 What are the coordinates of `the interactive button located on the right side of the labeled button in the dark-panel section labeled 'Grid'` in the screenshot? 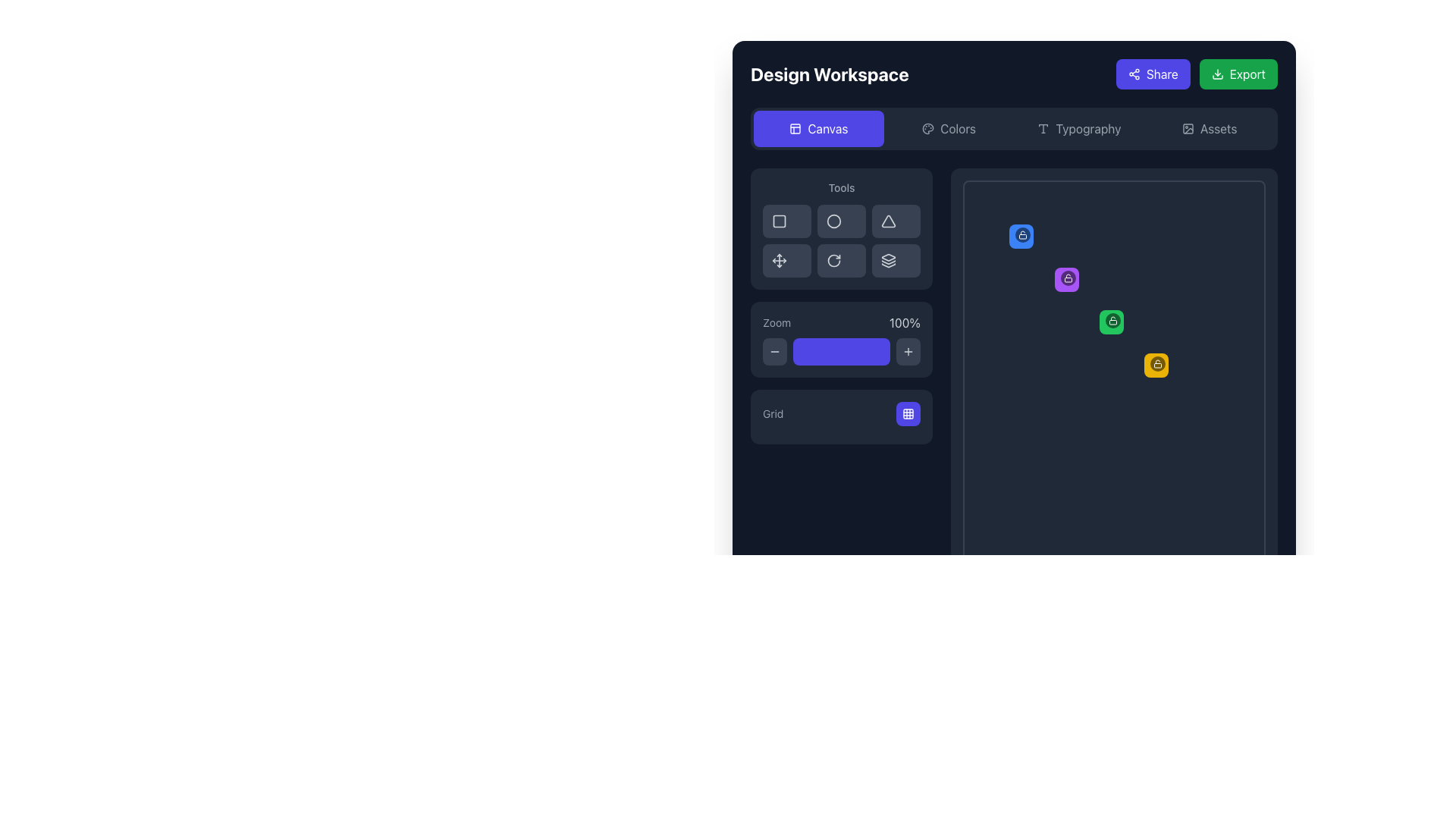 It's located at (840, 414).